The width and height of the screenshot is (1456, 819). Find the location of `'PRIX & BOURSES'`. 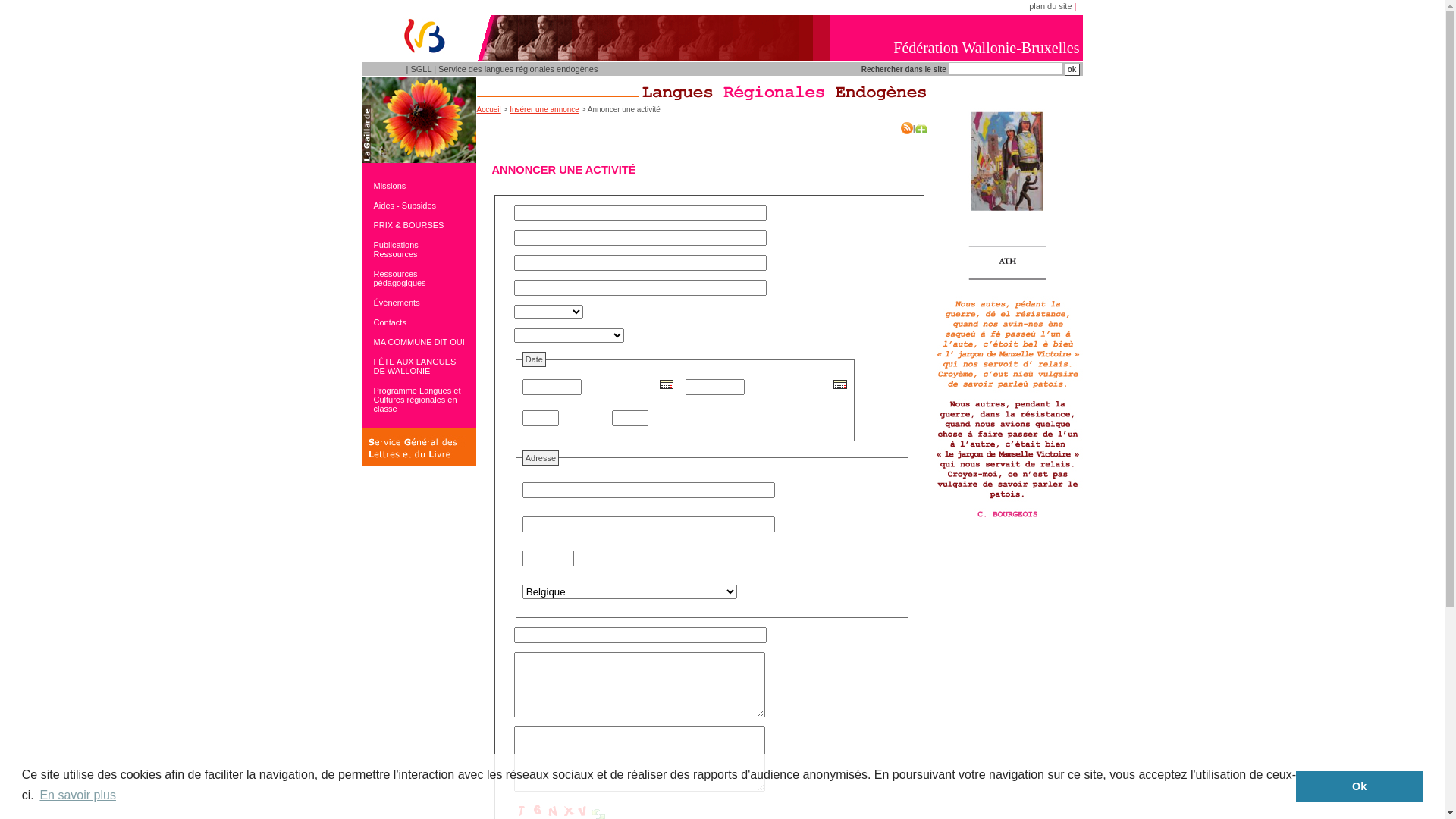

'PRIX & BOURSES' is located at coordinates (416, 225).